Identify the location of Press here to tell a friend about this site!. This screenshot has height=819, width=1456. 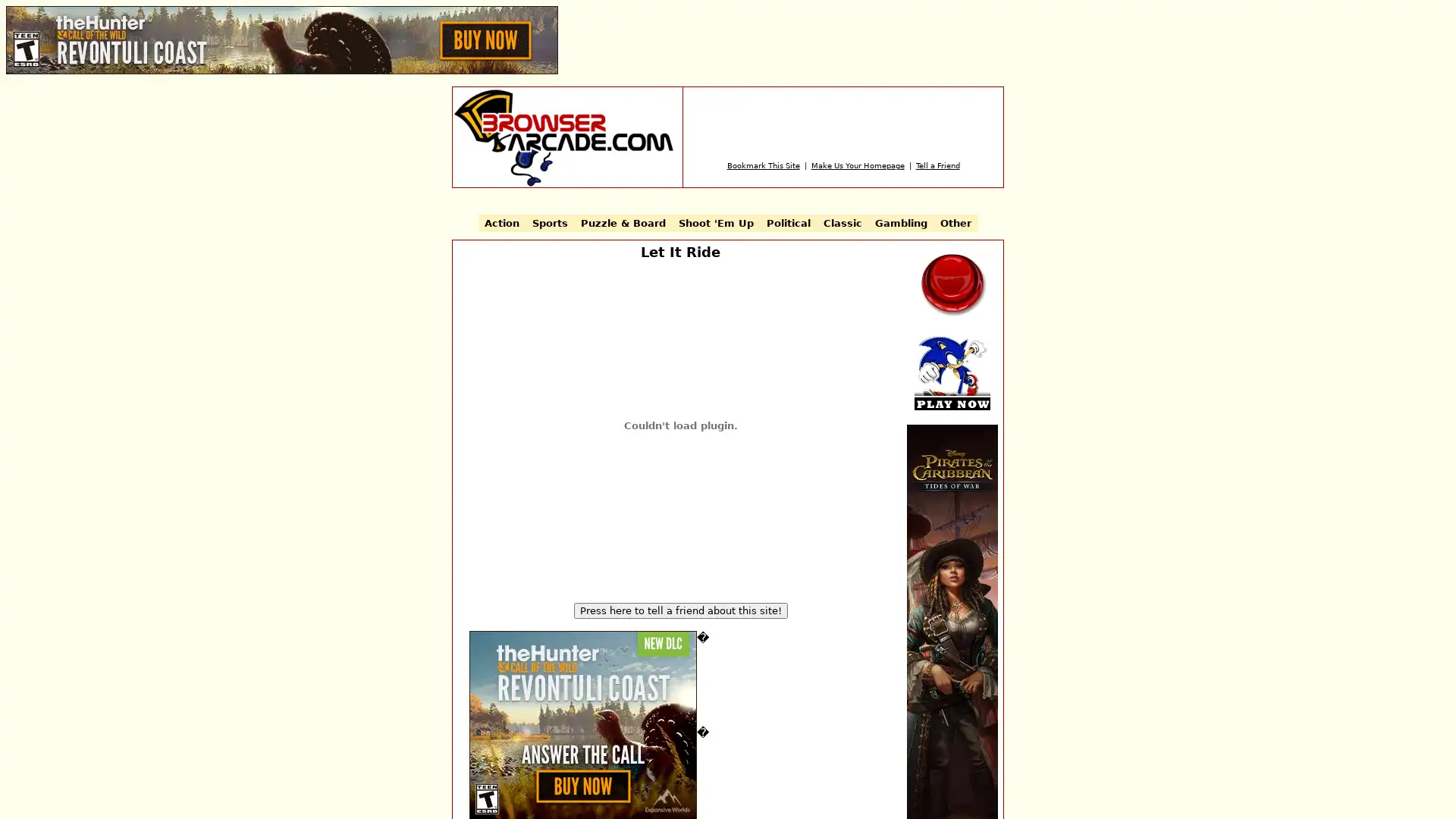
(679, 610).